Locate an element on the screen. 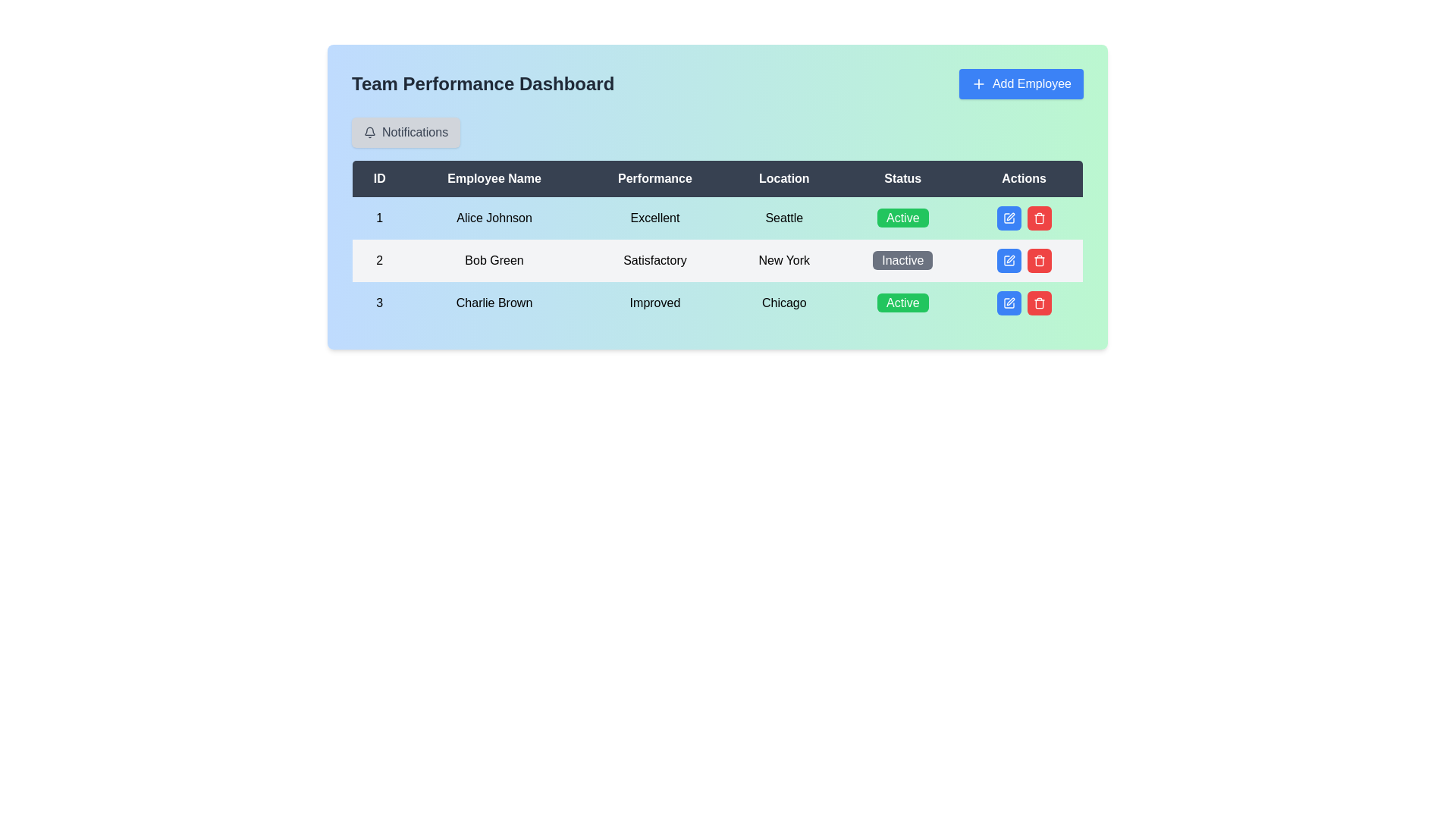 This screenshot has height=819, width=1456. the blue pen-shaped icon in the 'Actions' column of the second row is located at coordinates (1010, 216).